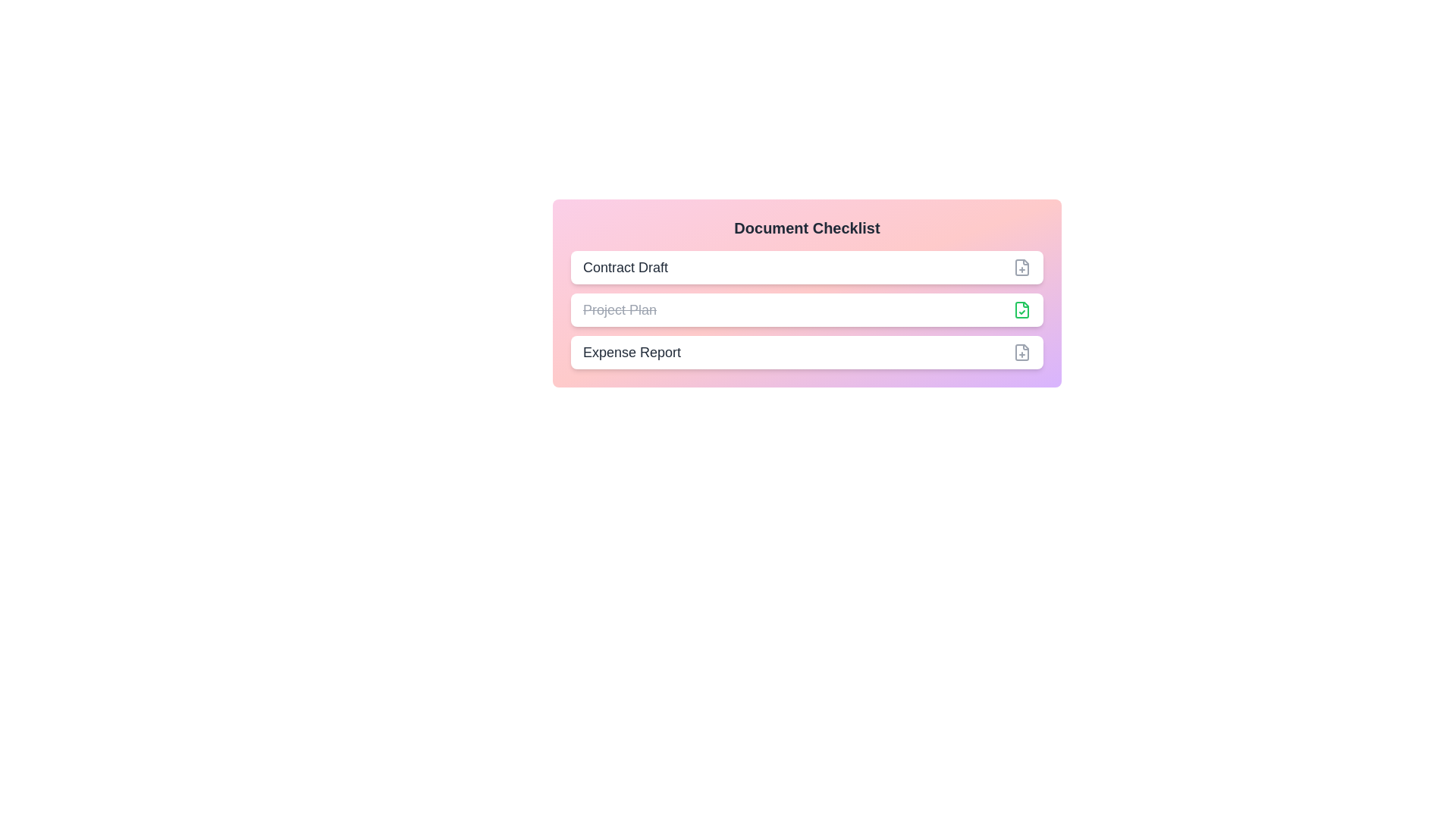 The height and width of the screenshot is (819, 1456). I want to click on toggle button for the document titled 'Contract Draft' to change its completion status, so click(1022, 267).